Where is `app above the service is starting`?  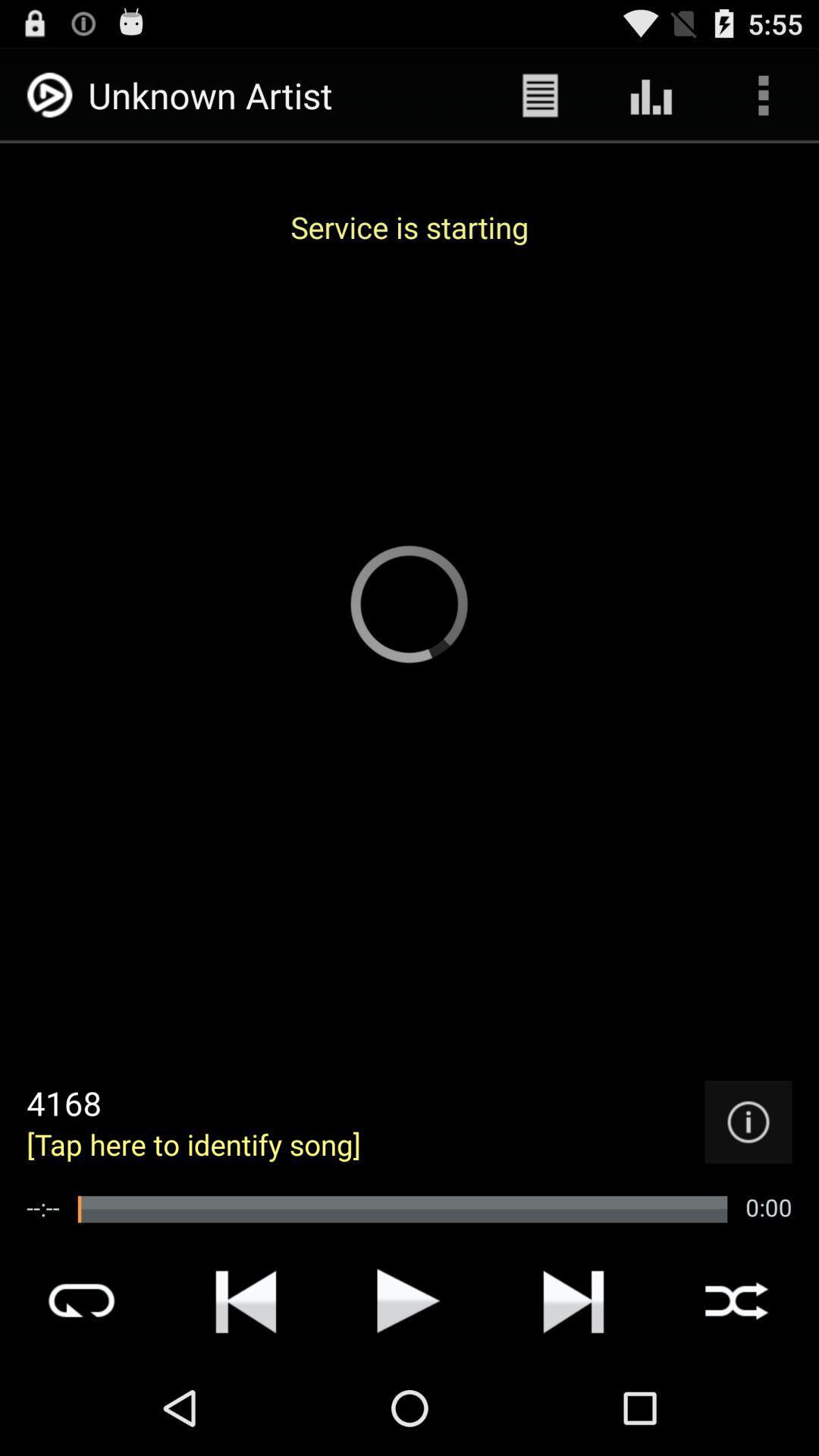 app above the service is starting is located at coordinates (763, 94).